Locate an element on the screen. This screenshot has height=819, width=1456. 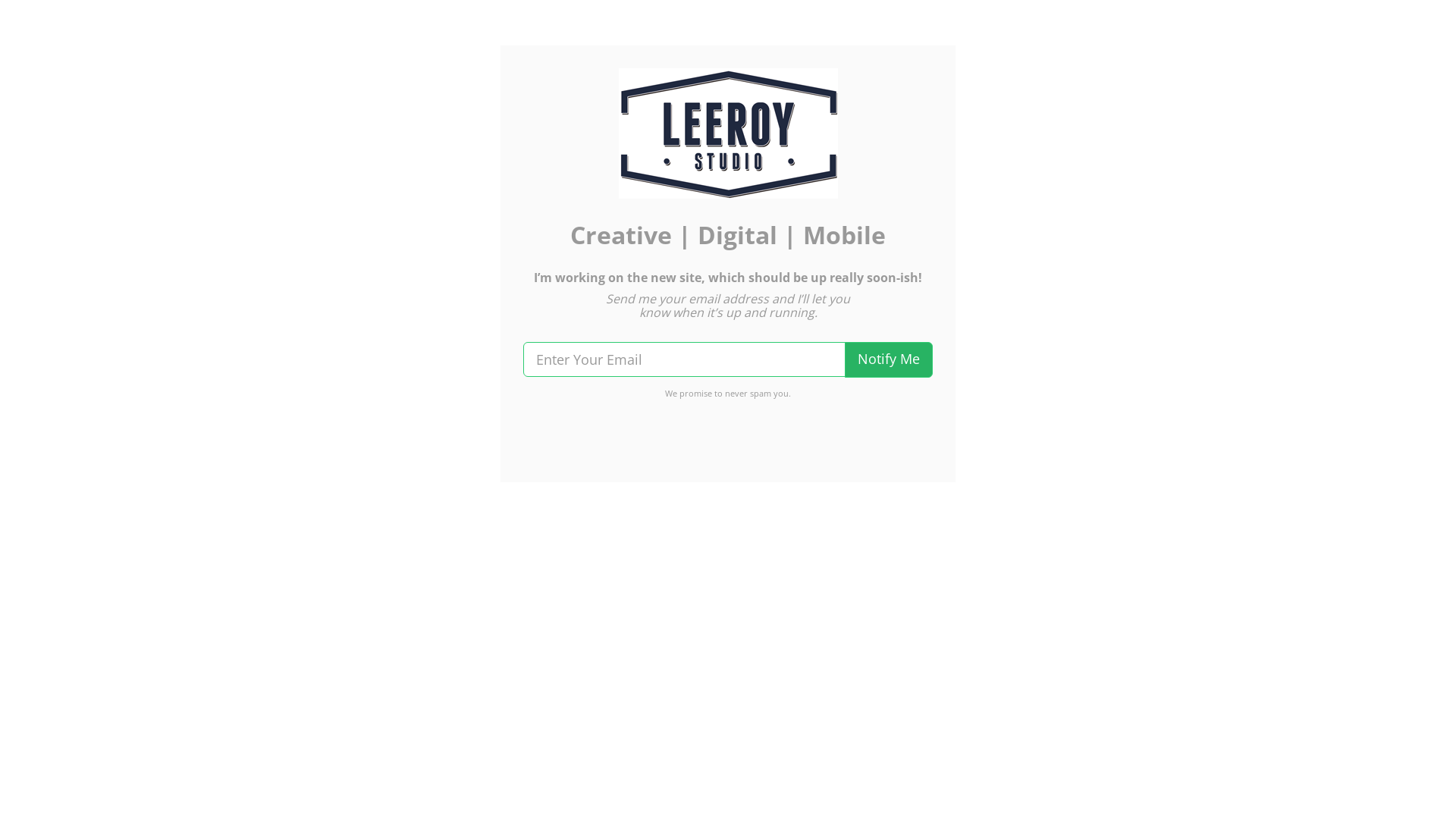
'Notify Me' is located at coordinates (888, 359).